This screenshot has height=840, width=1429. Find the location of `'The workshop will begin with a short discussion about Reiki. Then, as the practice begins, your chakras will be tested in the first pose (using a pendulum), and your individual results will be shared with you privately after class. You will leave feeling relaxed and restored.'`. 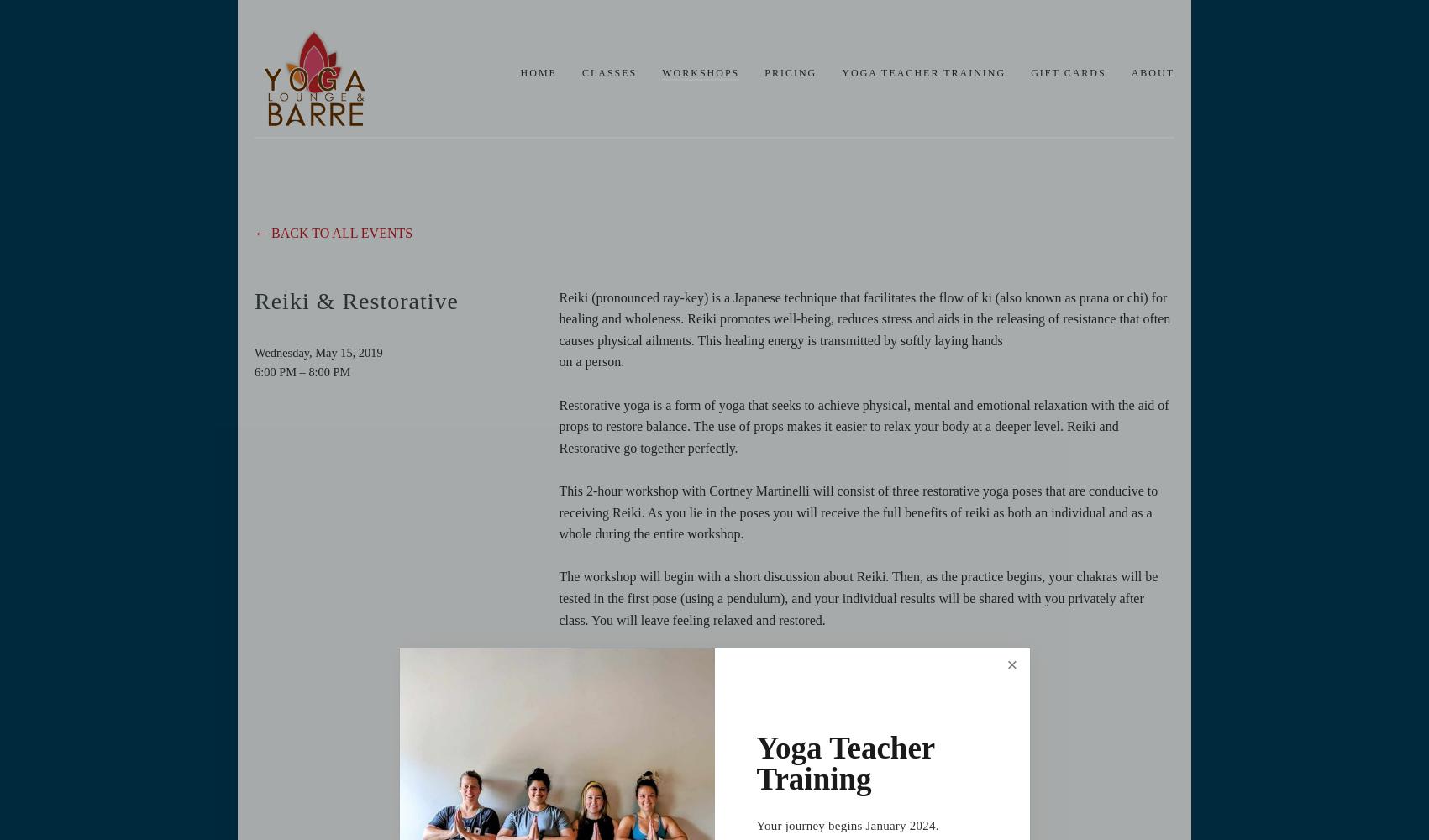

'The workshop will begin with a short discussion about Reiki. Then, as the practice begins, your chakras will be tested in the first pose (using a pendulum), and your individual results will be shared with you privately after class. You will leave feeling relaxed and restored.' is located at coordinates (557, 597).